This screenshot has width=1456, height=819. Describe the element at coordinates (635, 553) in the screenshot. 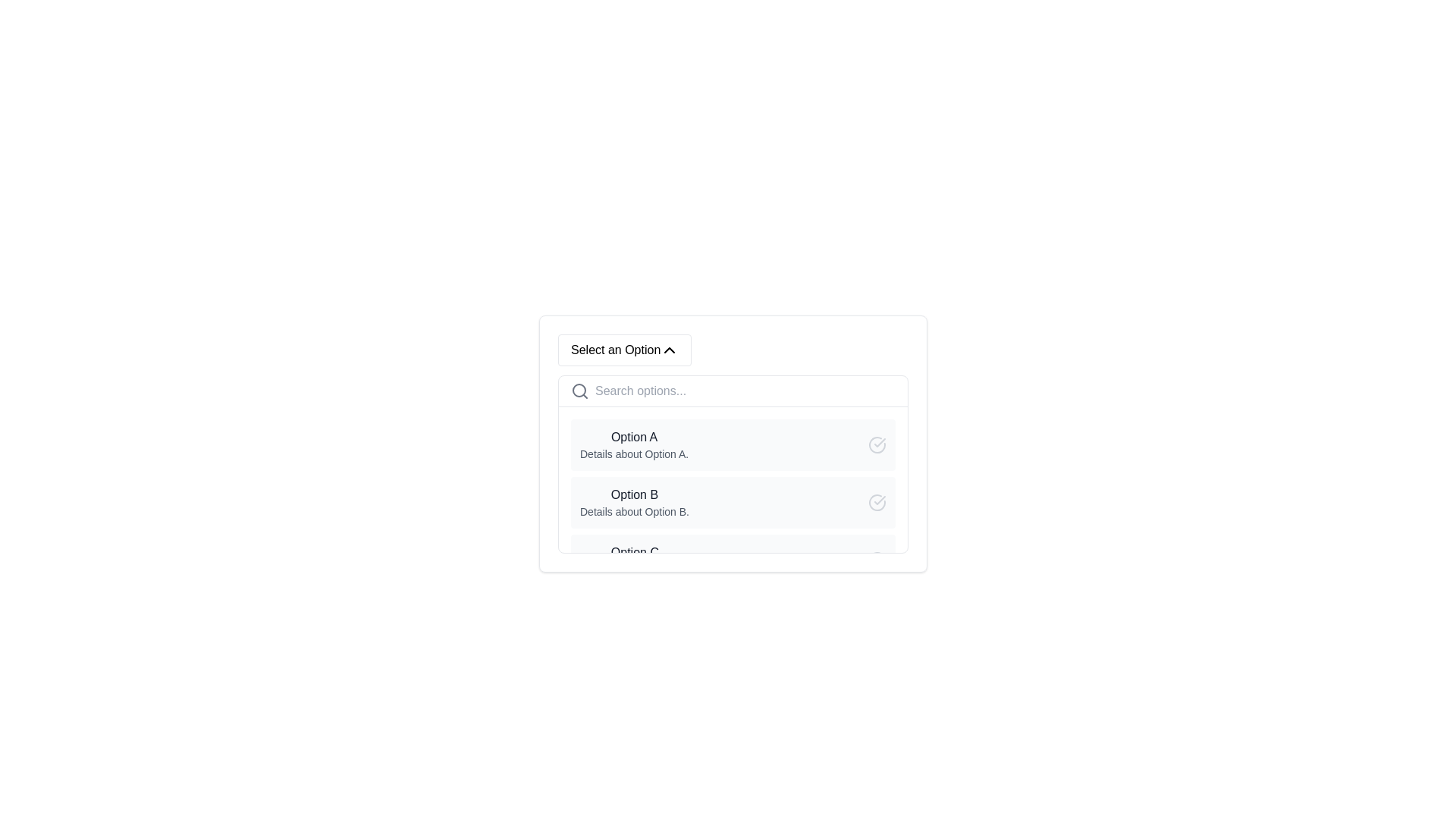

I see `the 'Option C' text label` at that location.